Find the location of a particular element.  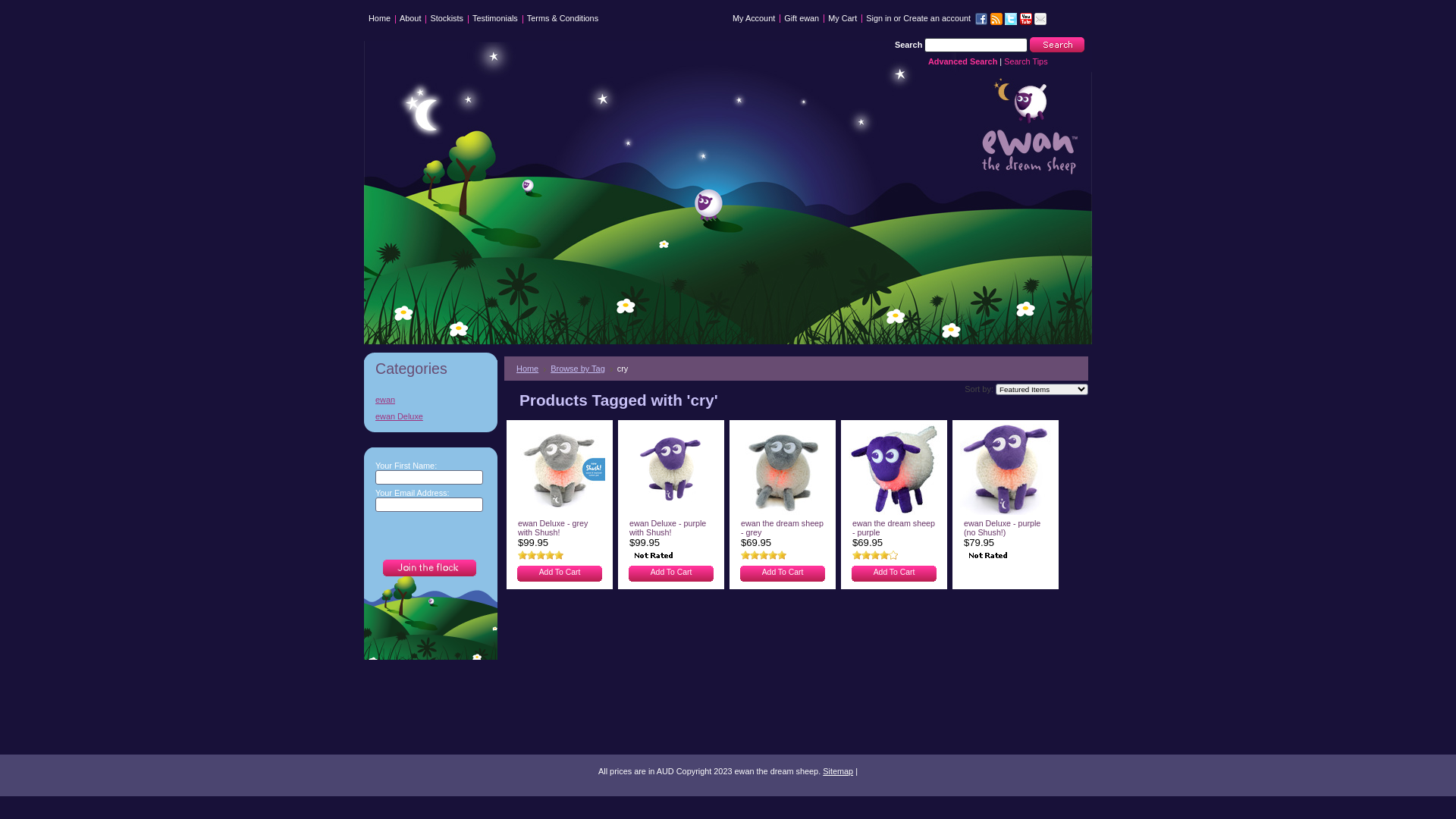

'Sitemap' is located at coordinates (836, 771).